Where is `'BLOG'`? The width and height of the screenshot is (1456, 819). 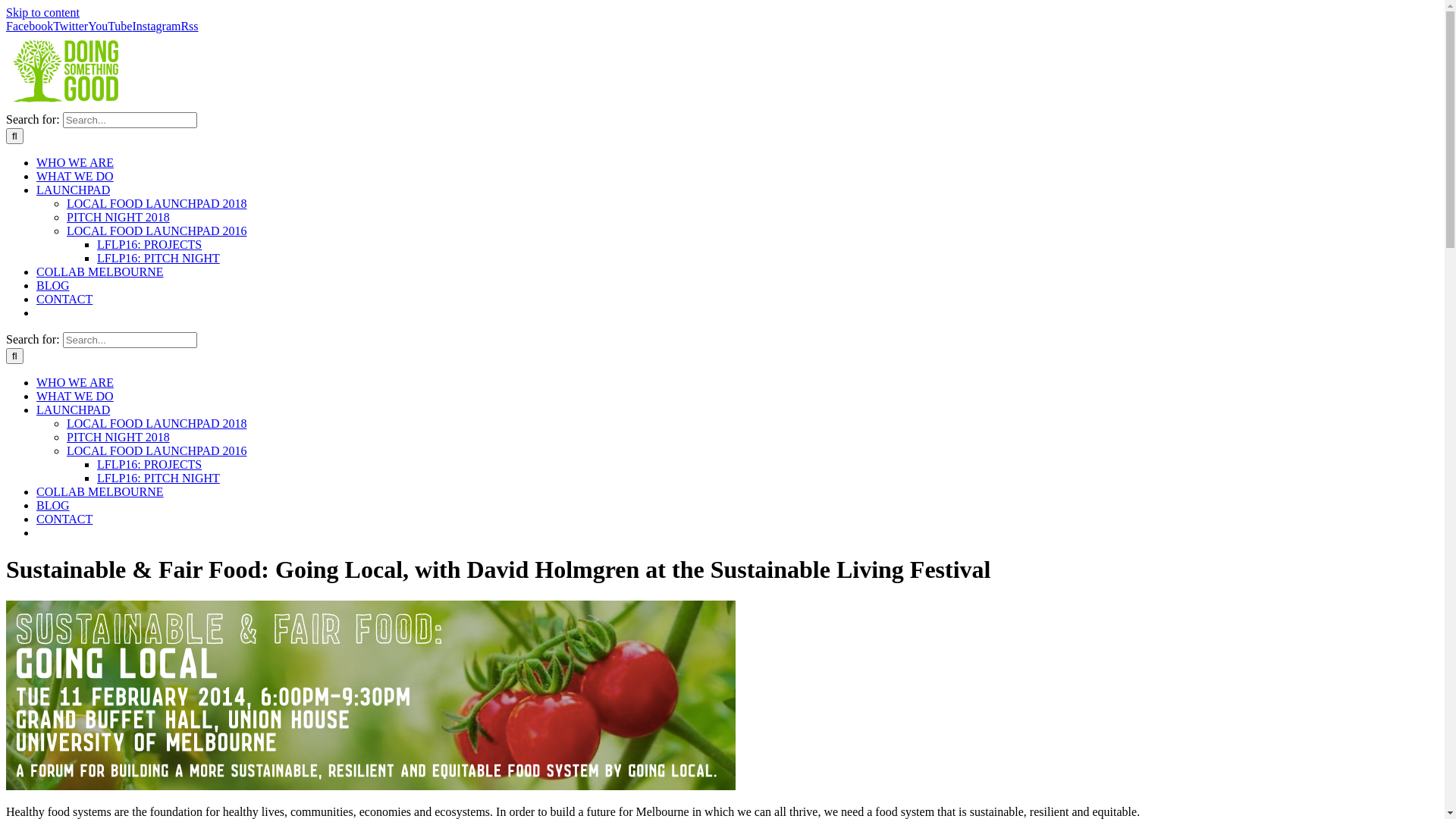
'BLOG' is located at coordinates (53, 285).